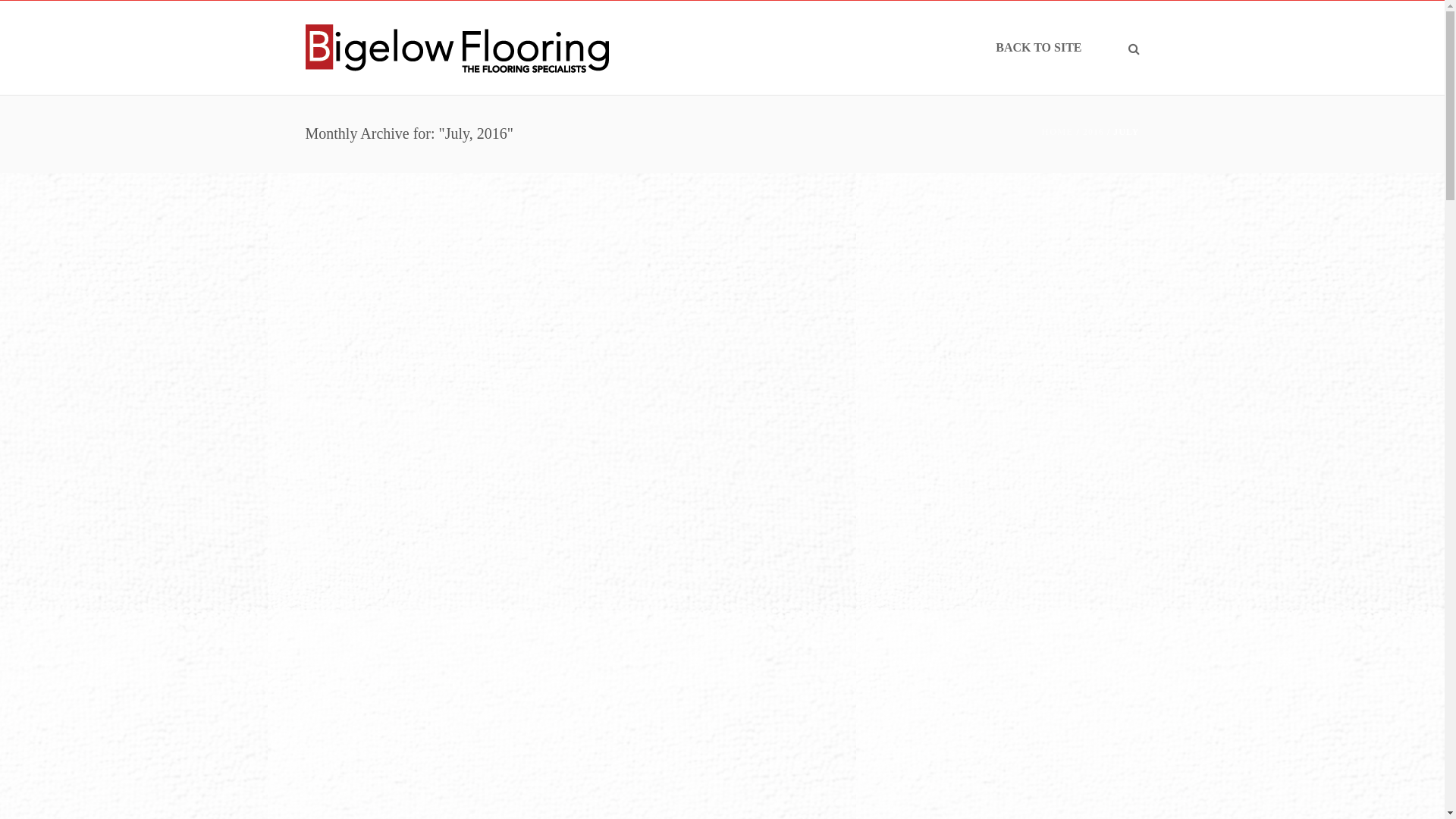  I want to click on 'Bigelow Flooring - Guelph, Ontario', so click(455, 46).